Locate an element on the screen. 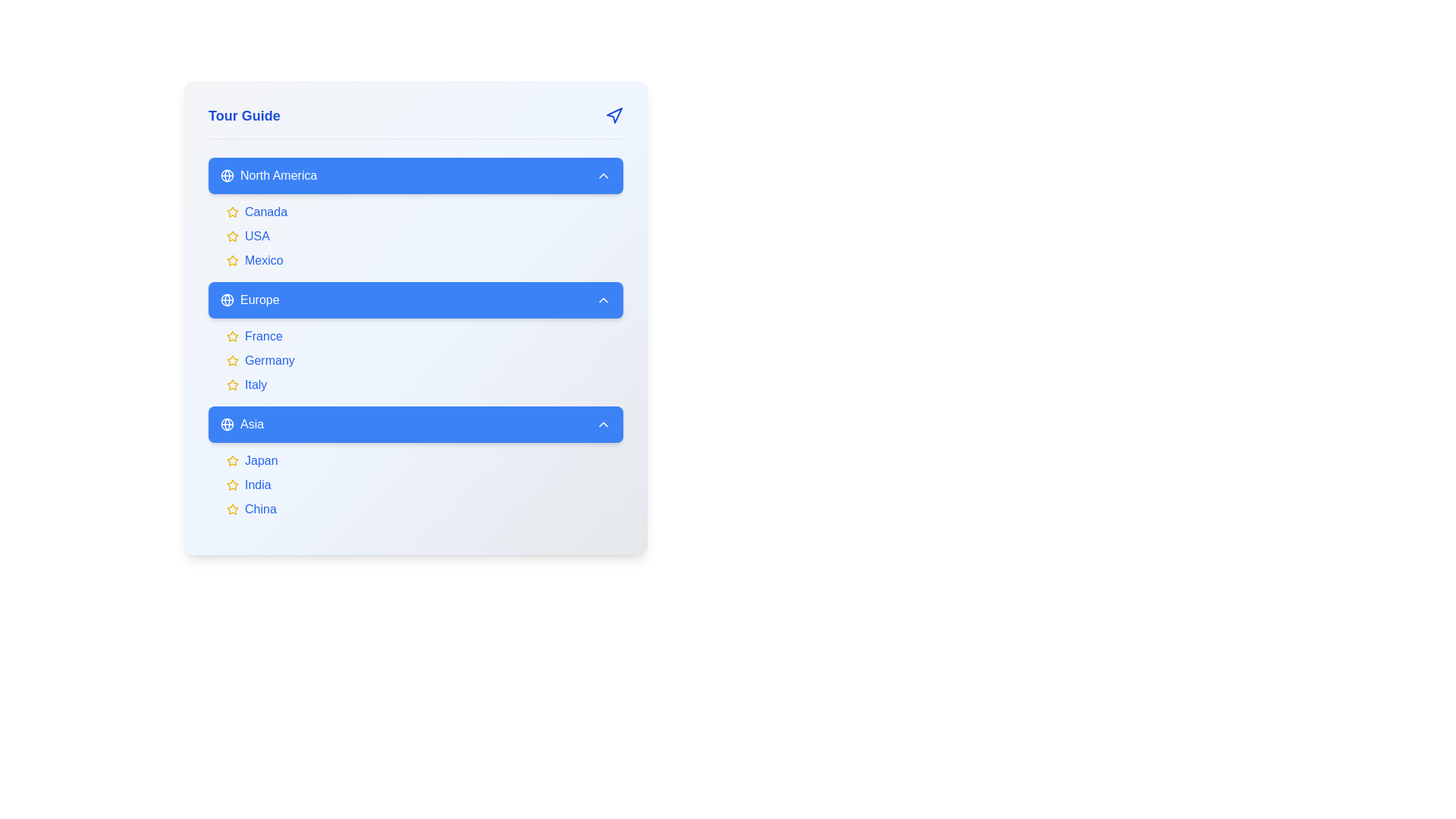  the star icon next to the 'Italy' list item under the 'Europe' heading is located at coordinates (232, 384).